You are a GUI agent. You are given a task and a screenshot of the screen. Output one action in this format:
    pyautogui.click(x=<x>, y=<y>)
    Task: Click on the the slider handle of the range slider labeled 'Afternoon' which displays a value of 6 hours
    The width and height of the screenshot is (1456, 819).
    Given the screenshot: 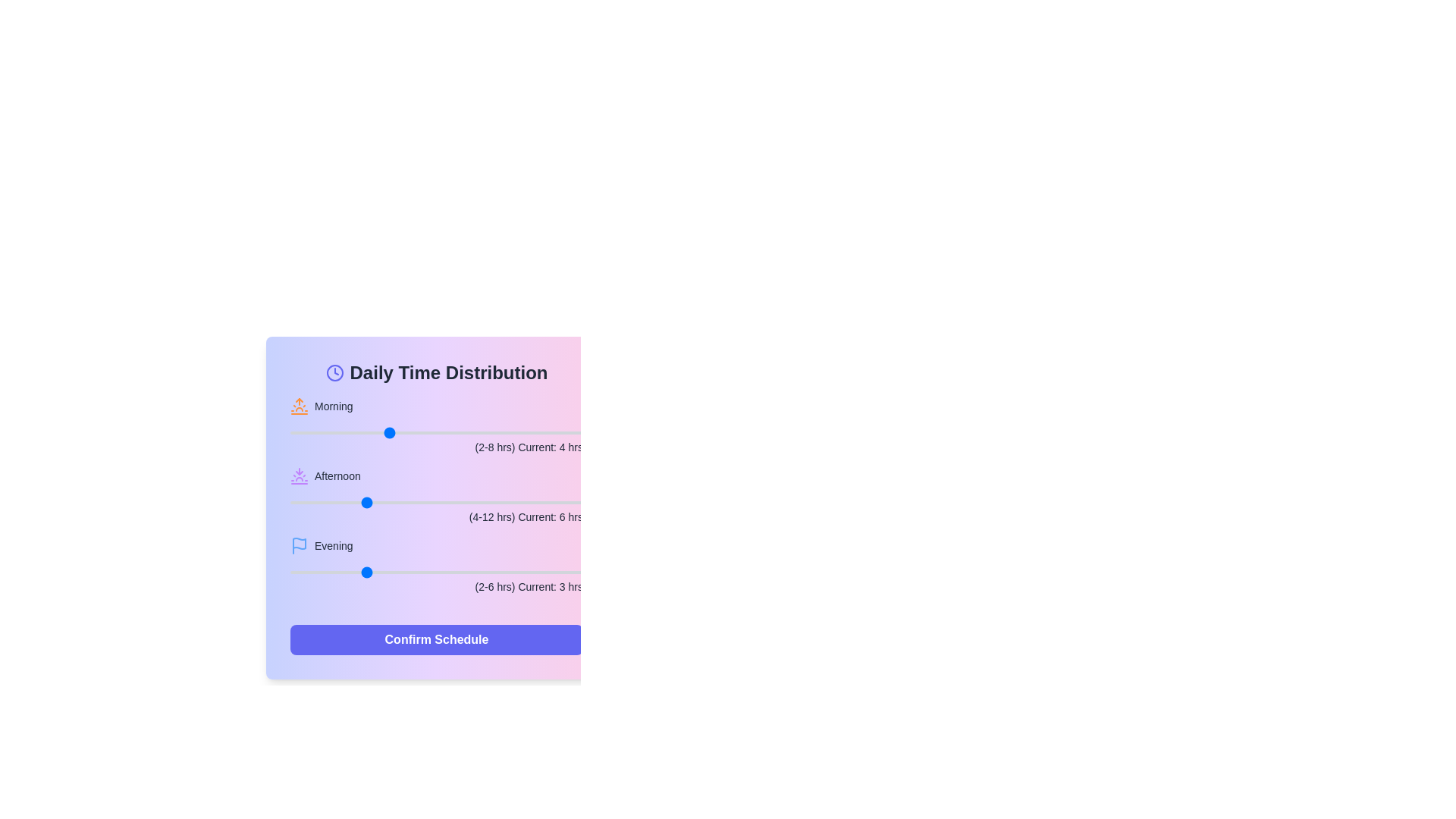 What is the action you would take?
    pyautogui.click(x=436, y=496)
    